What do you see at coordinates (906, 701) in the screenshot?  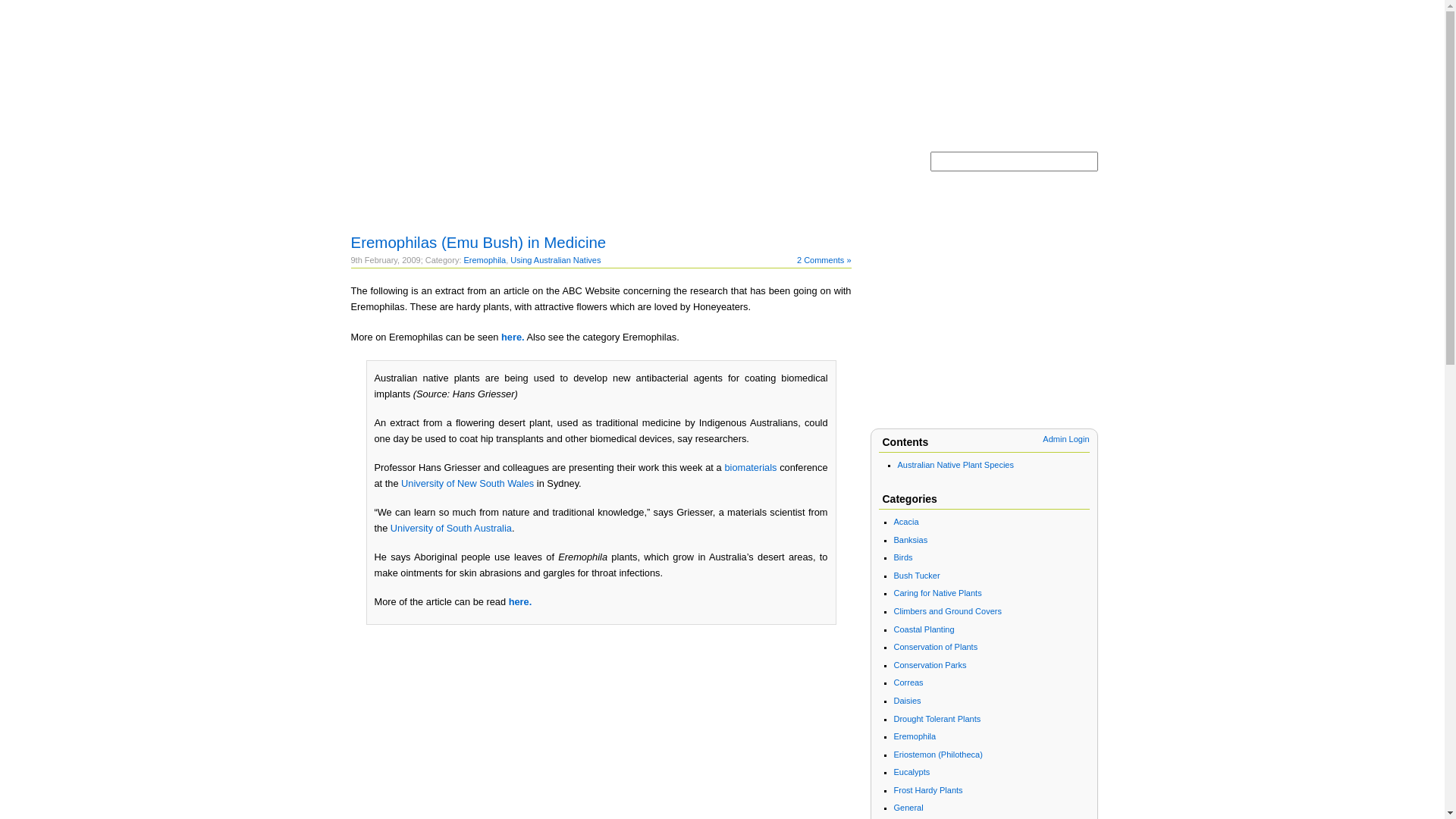 I see `'Daisies'` at bounding box center [906, 701].